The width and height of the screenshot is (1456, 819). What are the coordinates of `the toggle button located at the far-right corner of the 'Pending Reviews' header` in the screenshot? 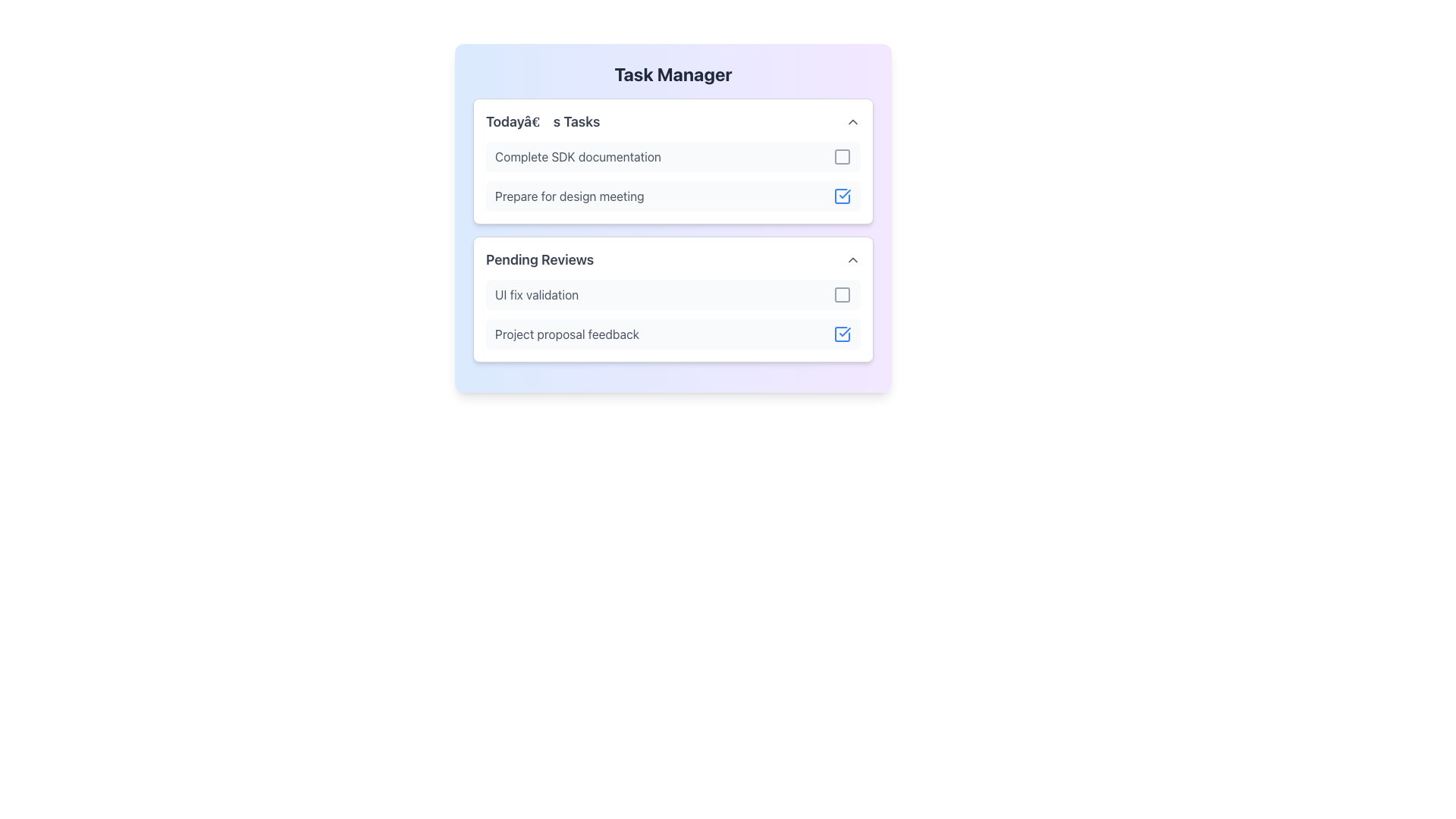 It's located at (852, 259).